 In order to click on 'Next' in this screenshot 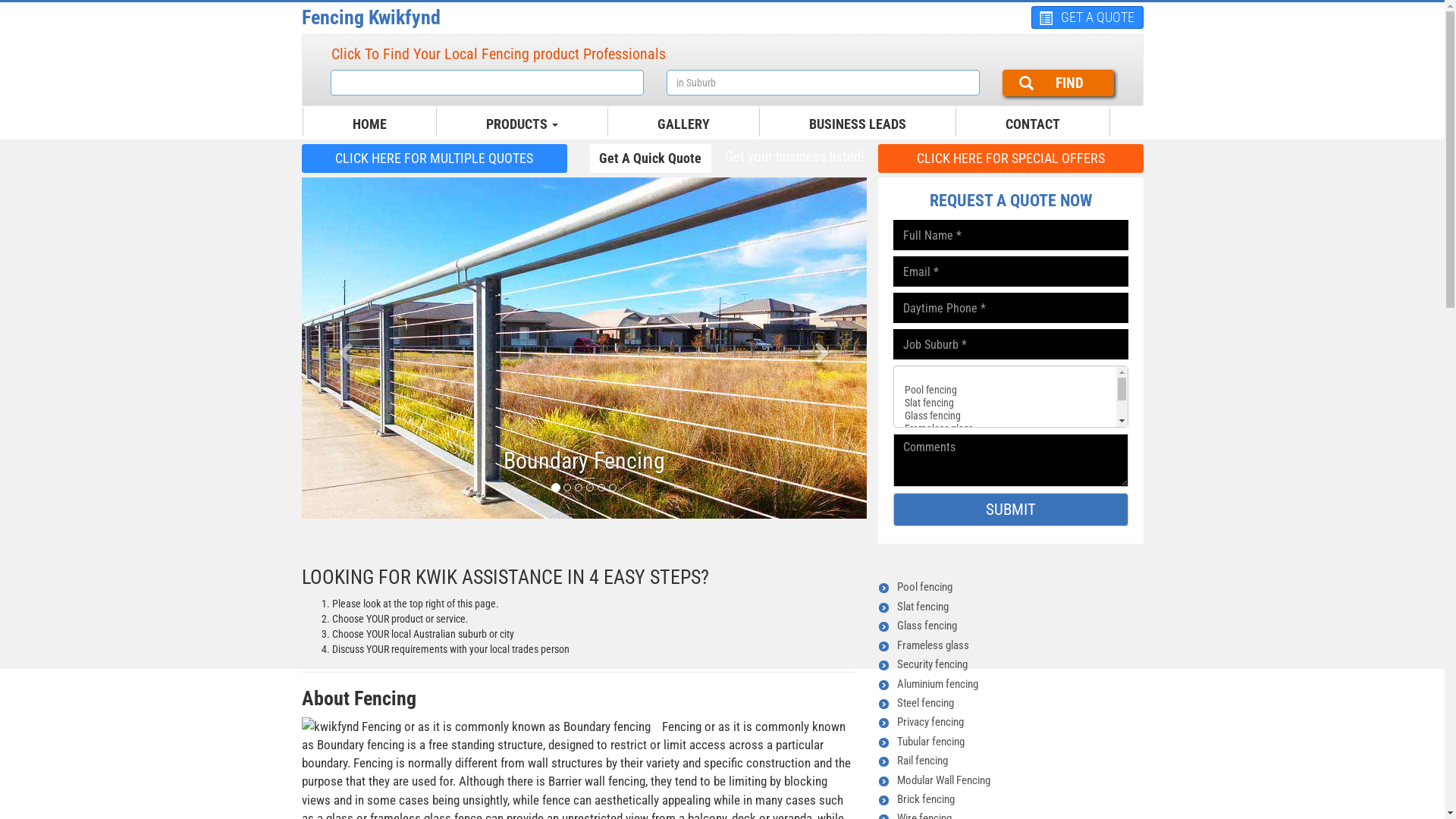, I will do `click(823, 348)`.